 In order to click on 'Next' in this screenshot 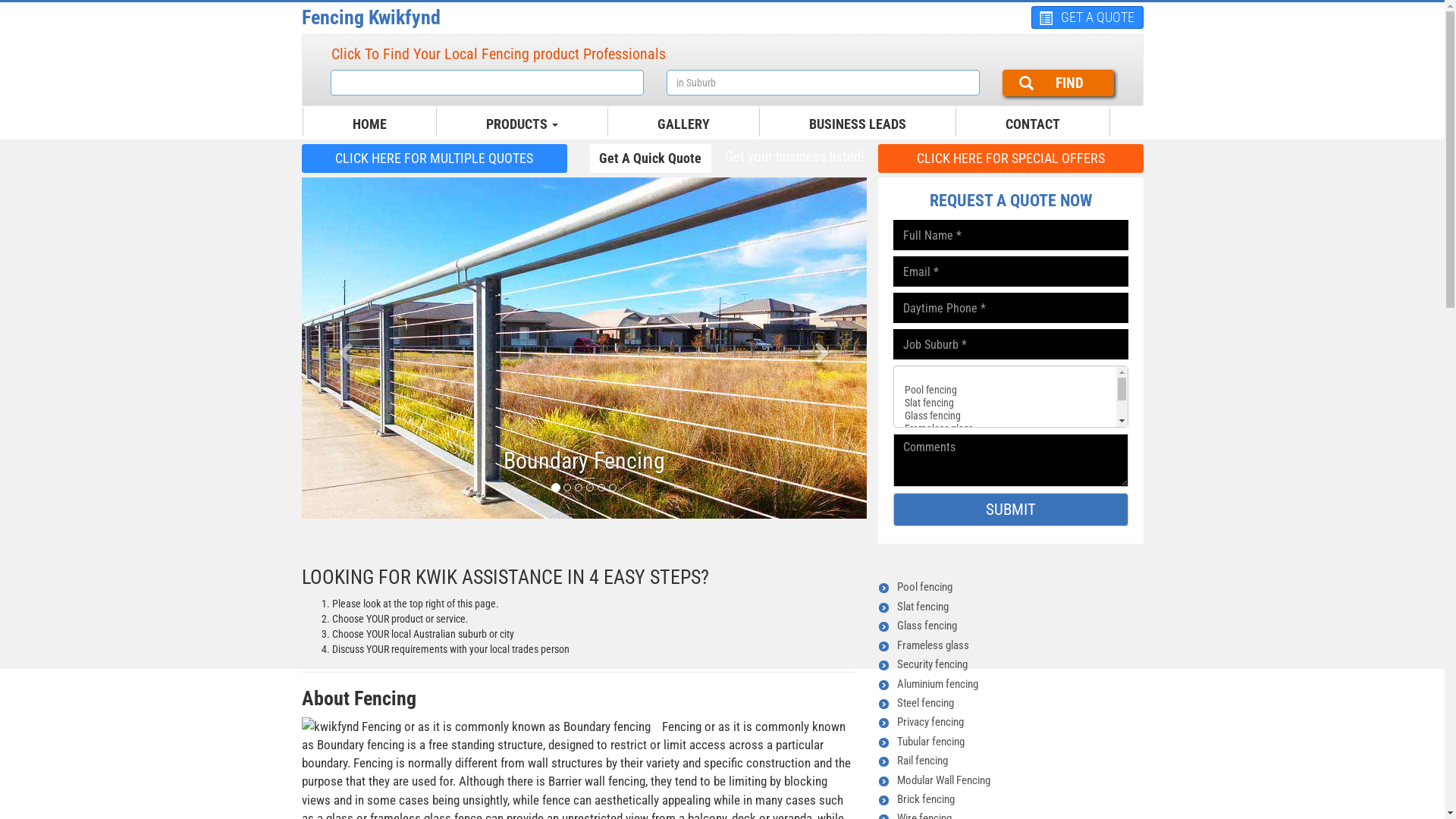, I will do `click(823, 348)`.